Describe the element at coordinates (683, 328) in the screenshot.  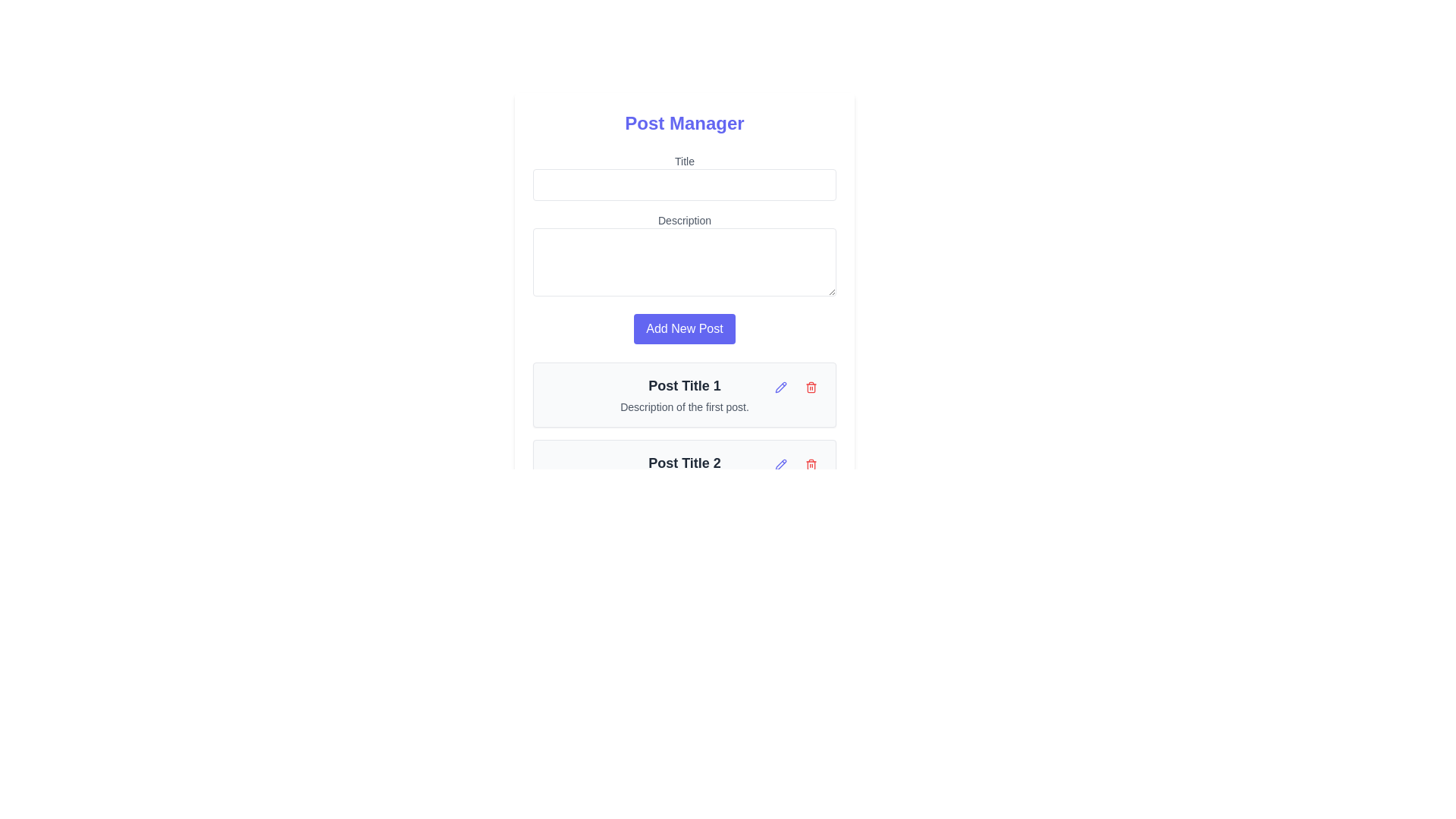
I see `the centrally aligned button at the bottom of the form` at that location.